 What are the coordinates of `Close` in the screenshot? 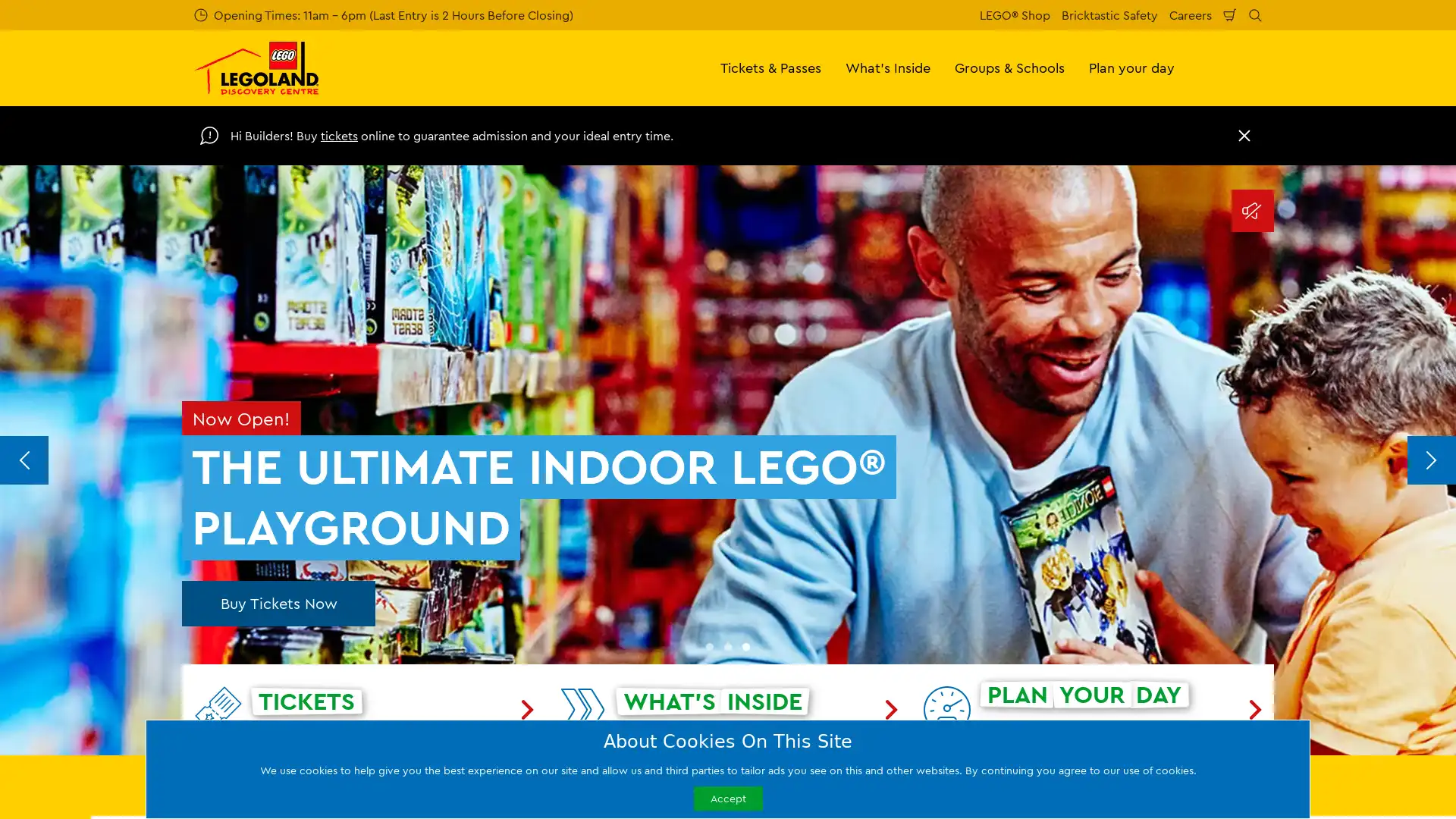 It's located at (1244, 134).